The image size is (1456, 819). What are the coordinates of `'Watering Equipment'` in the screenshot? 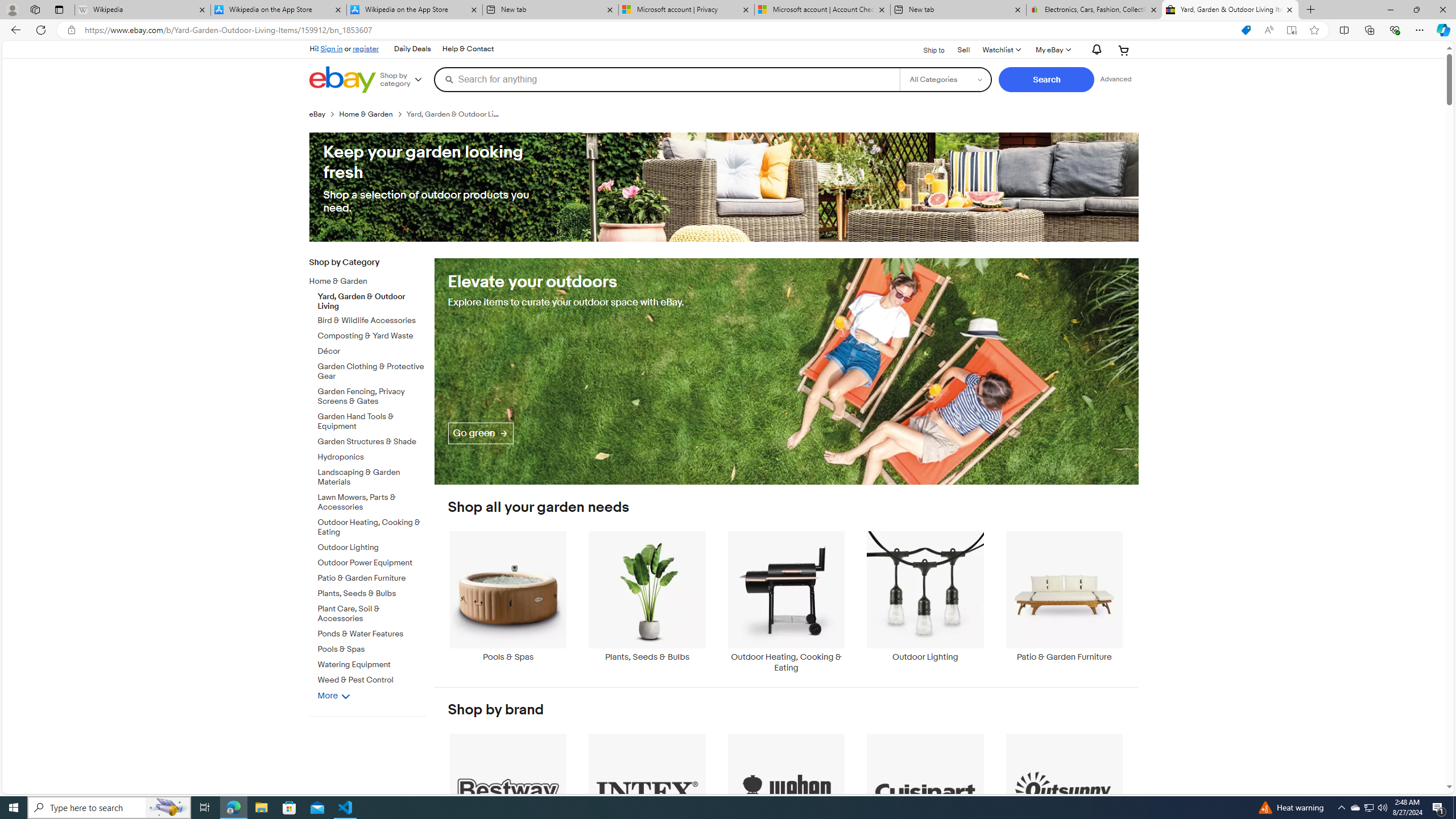 It's located at (371, 665).